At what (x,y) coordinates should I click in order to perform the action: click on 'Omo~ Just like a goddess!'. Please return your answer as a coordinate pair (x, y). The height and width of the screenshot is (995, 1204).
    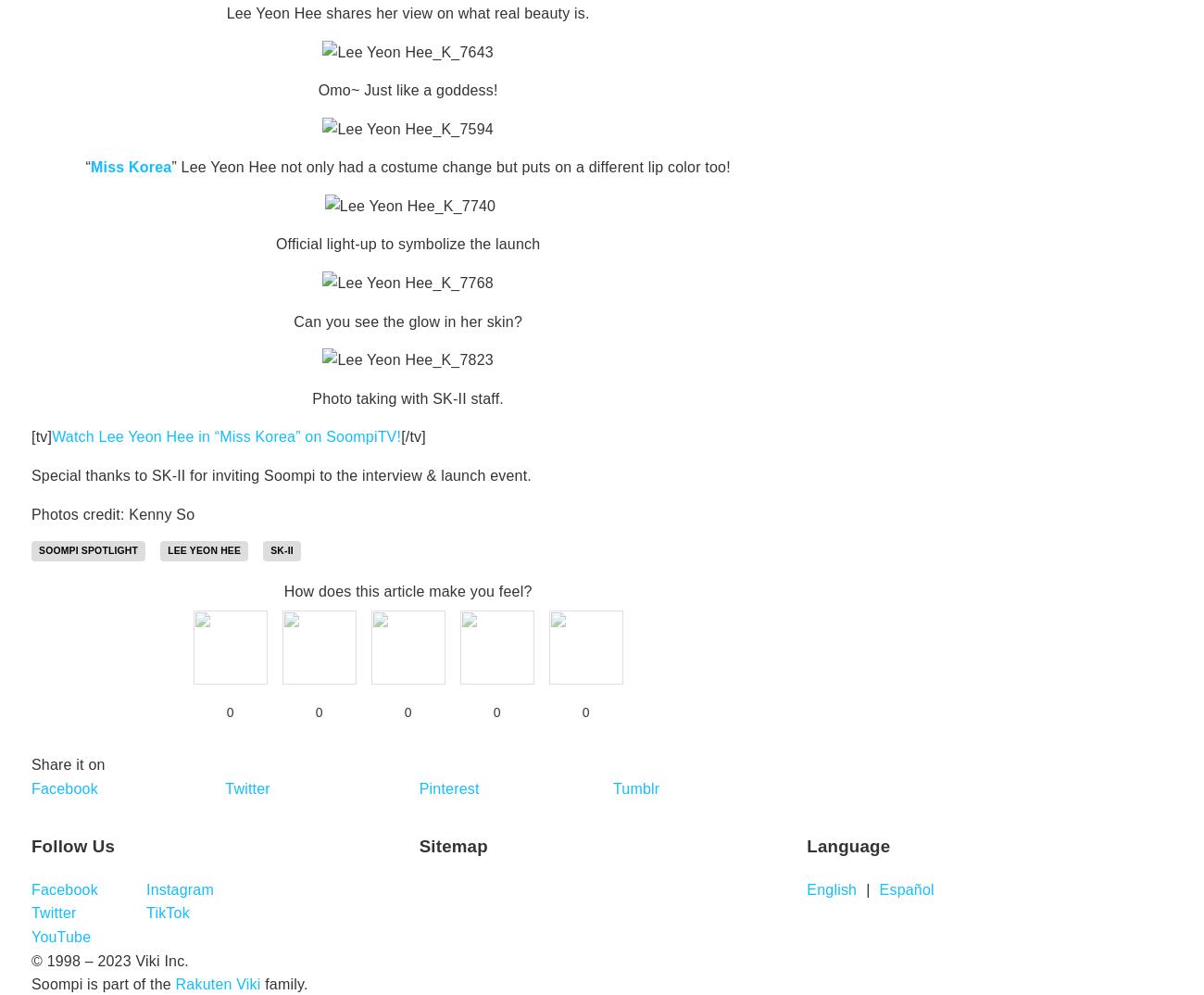
    Looking at the image, I should click on (407, 90).